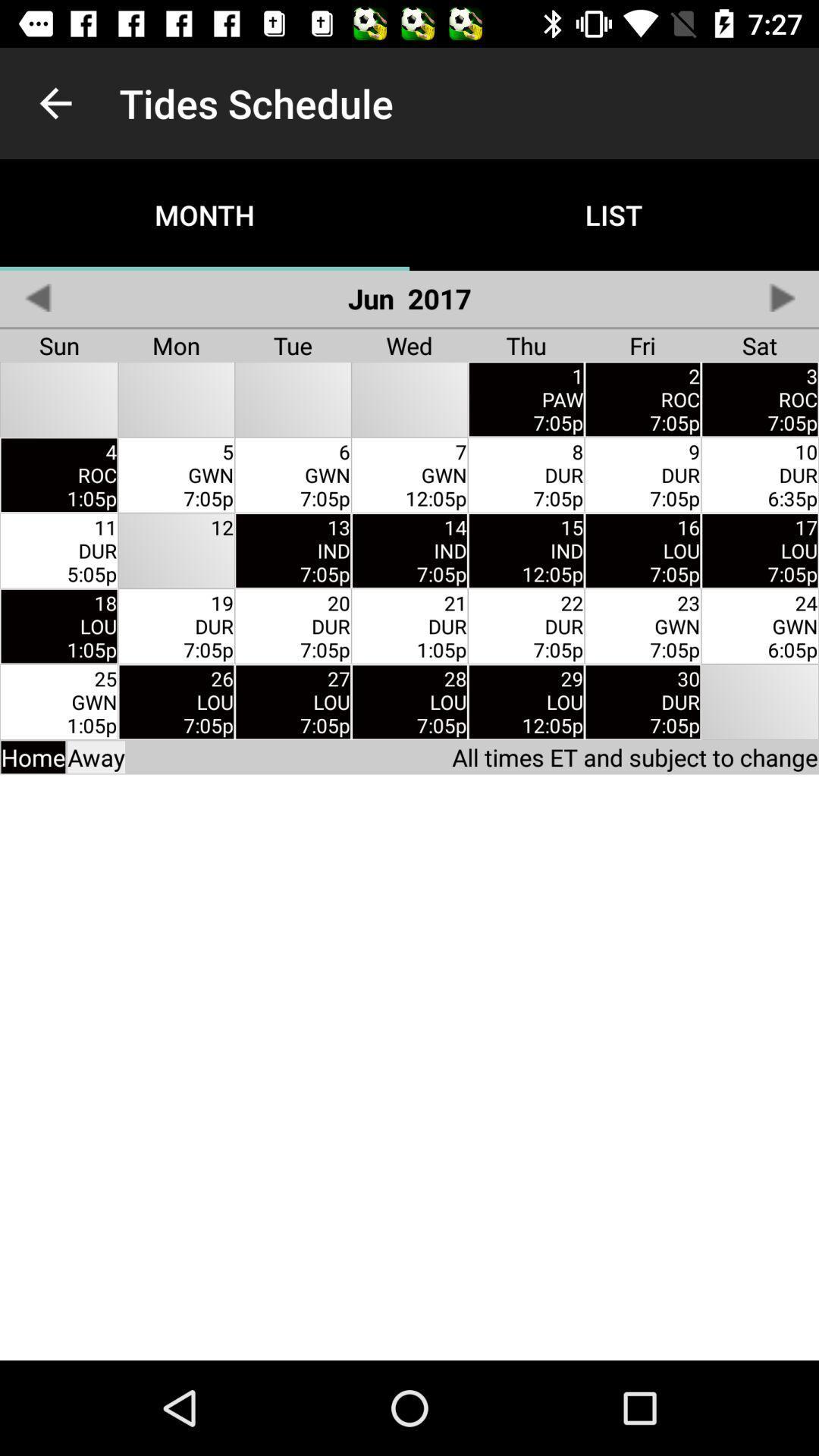 The image size is (819, 1456). I want to click on previous page, so click(36, 297).